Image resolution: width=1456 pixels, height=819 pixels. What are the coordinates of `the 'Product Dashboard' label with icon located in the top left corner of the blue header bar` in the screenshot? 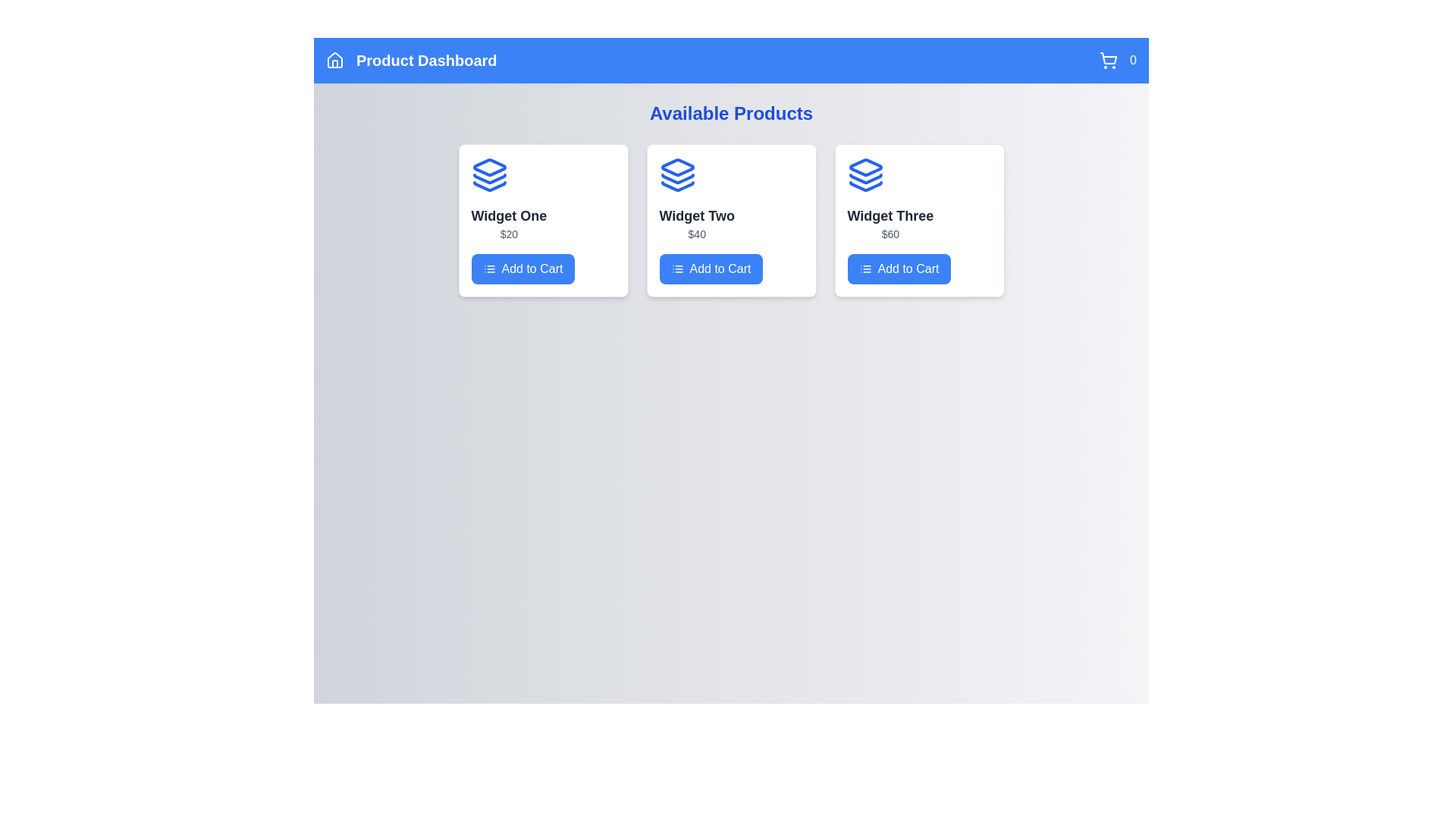 It's located at (411, 60).